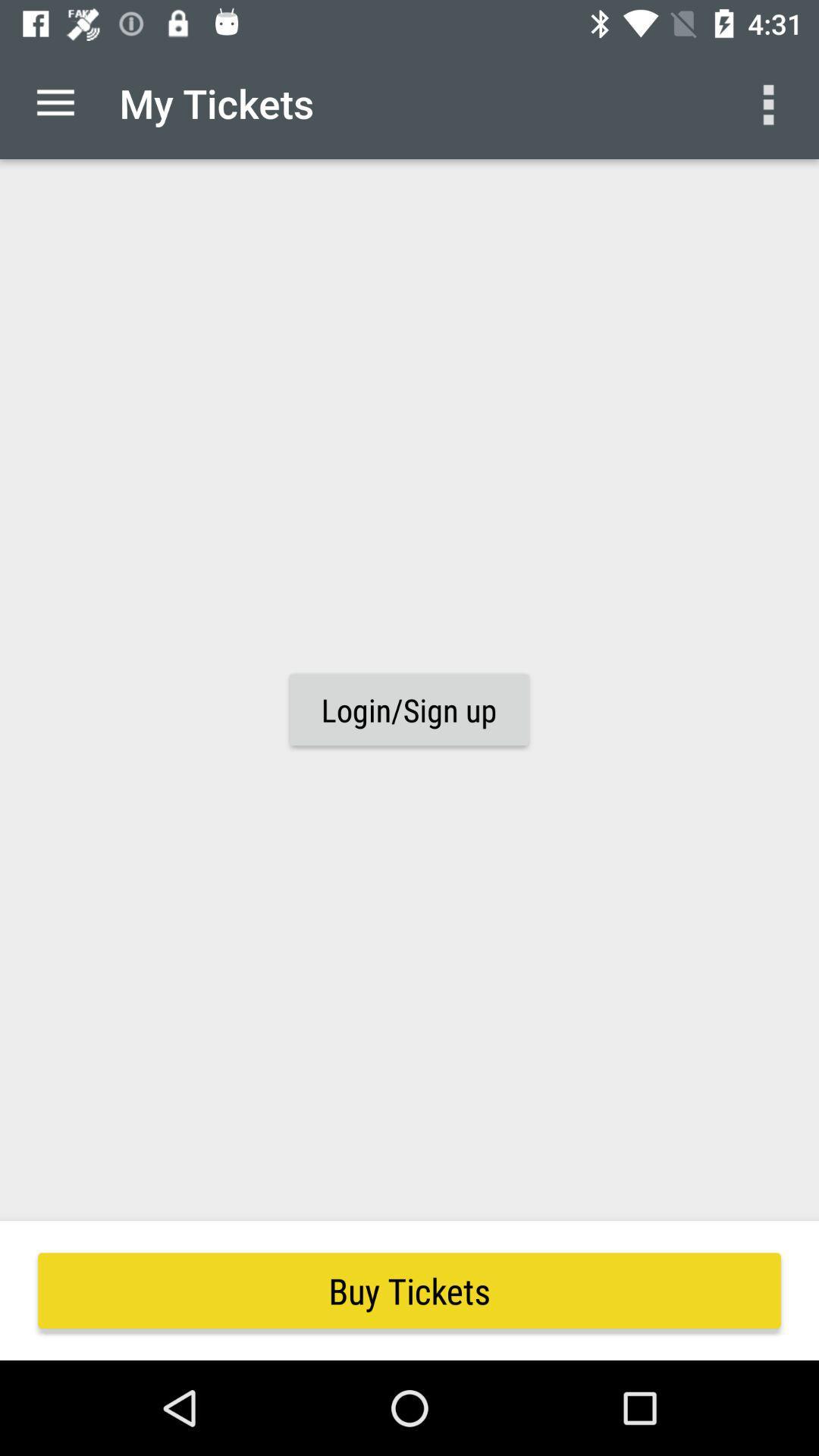 The height and width of the screenshot is (1456, 819). I want to click on the login/sign up, so click(408, 709).